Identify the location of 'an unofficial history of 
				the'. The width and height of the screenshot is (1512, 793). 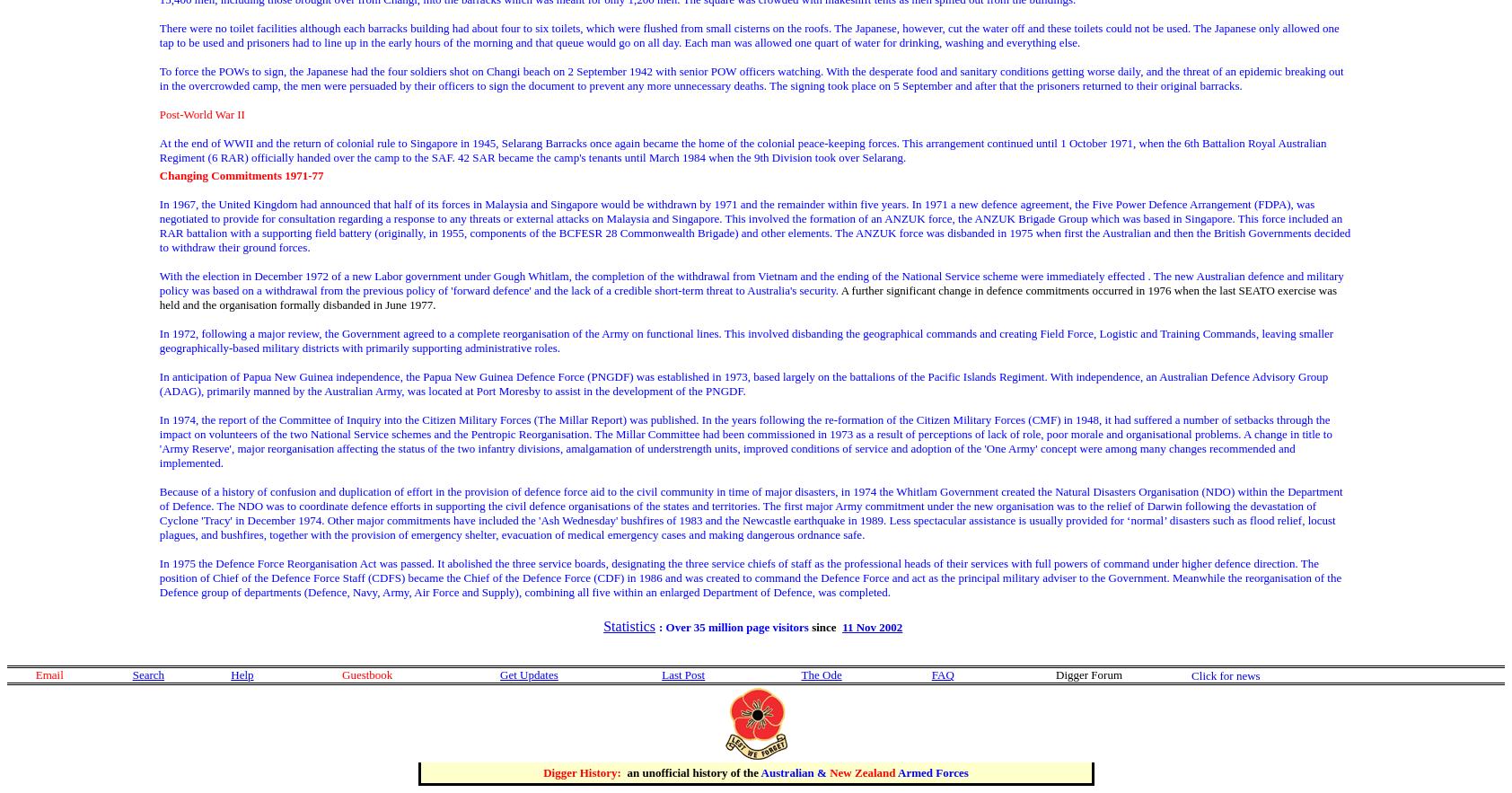
(692, 771).